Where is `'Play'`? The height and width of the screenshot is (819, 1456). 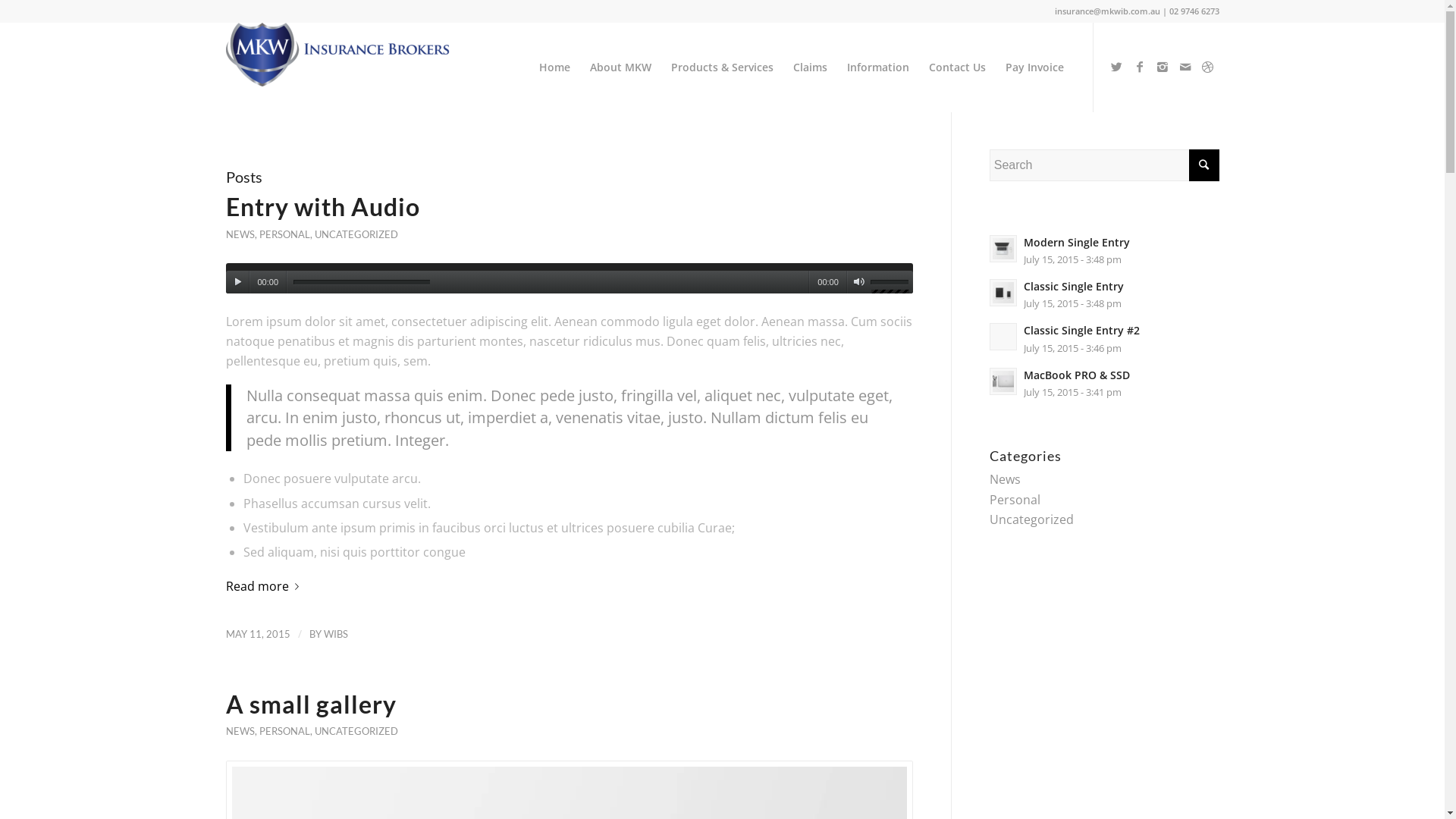 'Play' is located at coordinates (231, 281).